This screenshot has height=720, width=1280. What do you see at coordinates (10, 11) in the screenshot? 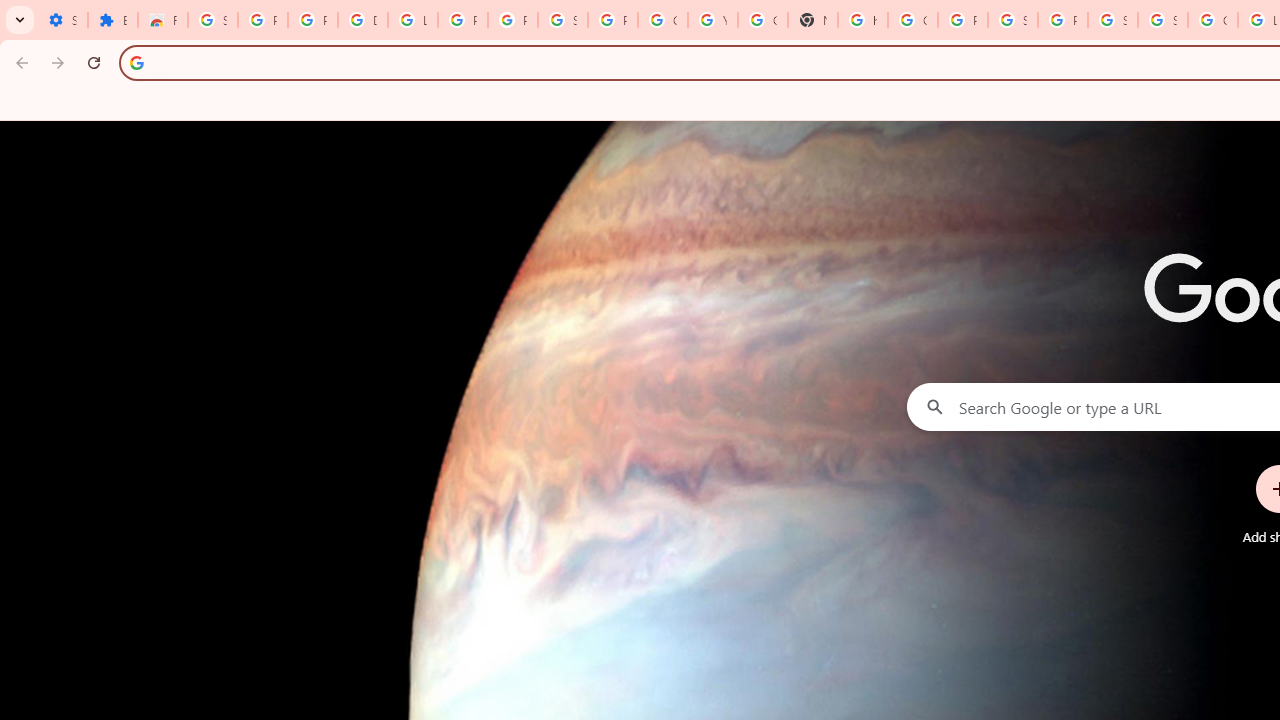
I see `'System'` at bounding box center [10, 11].